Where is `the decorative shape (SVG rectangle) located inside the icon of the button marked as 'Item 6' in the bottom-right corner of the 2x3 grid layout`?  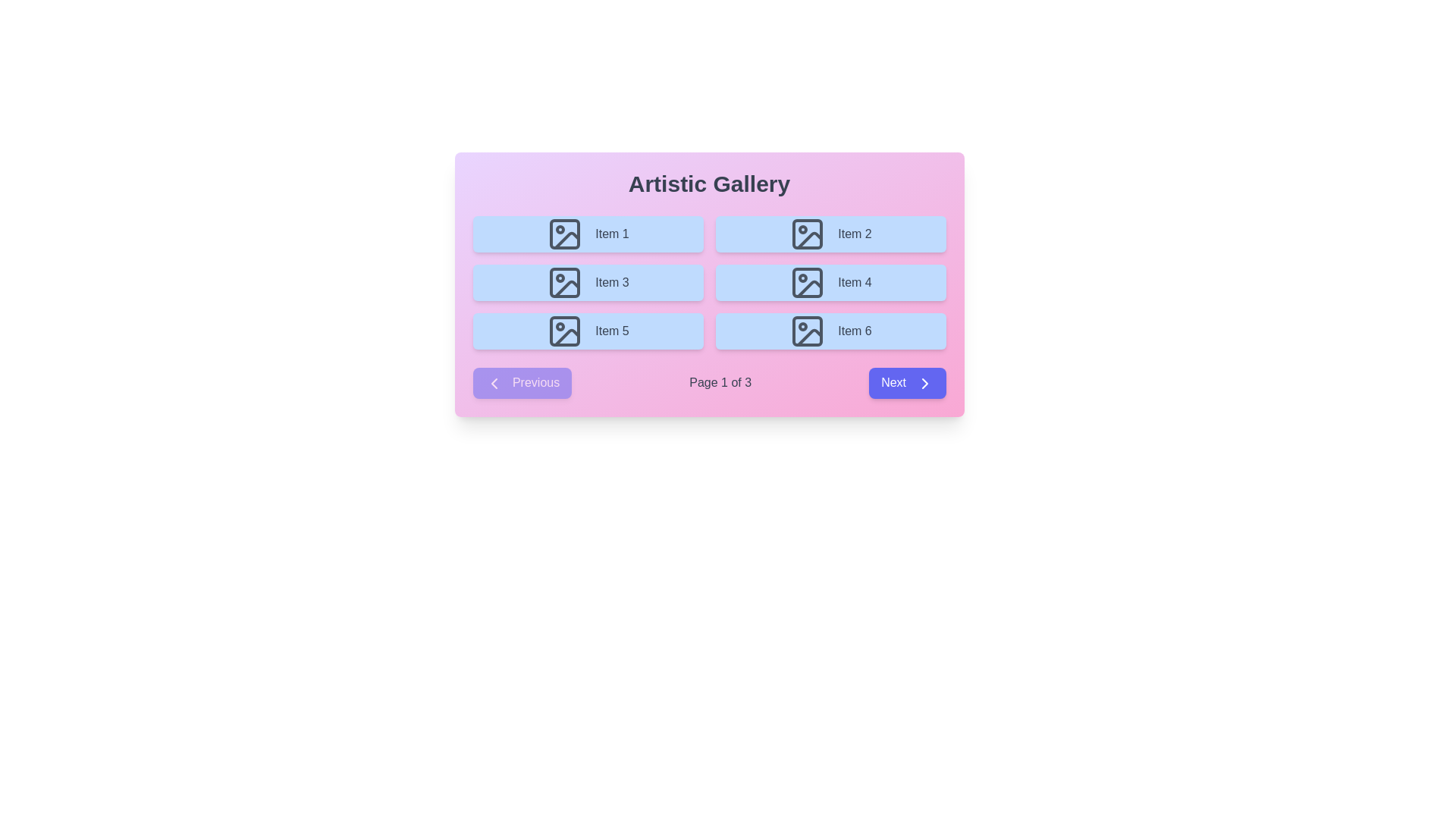
the decorative shape (SVG rectangle) located inside the icon of the button marked as 'Item 6' in the bottom-right corner of the 2x3 grid layout is located at coordinates (807, 330).